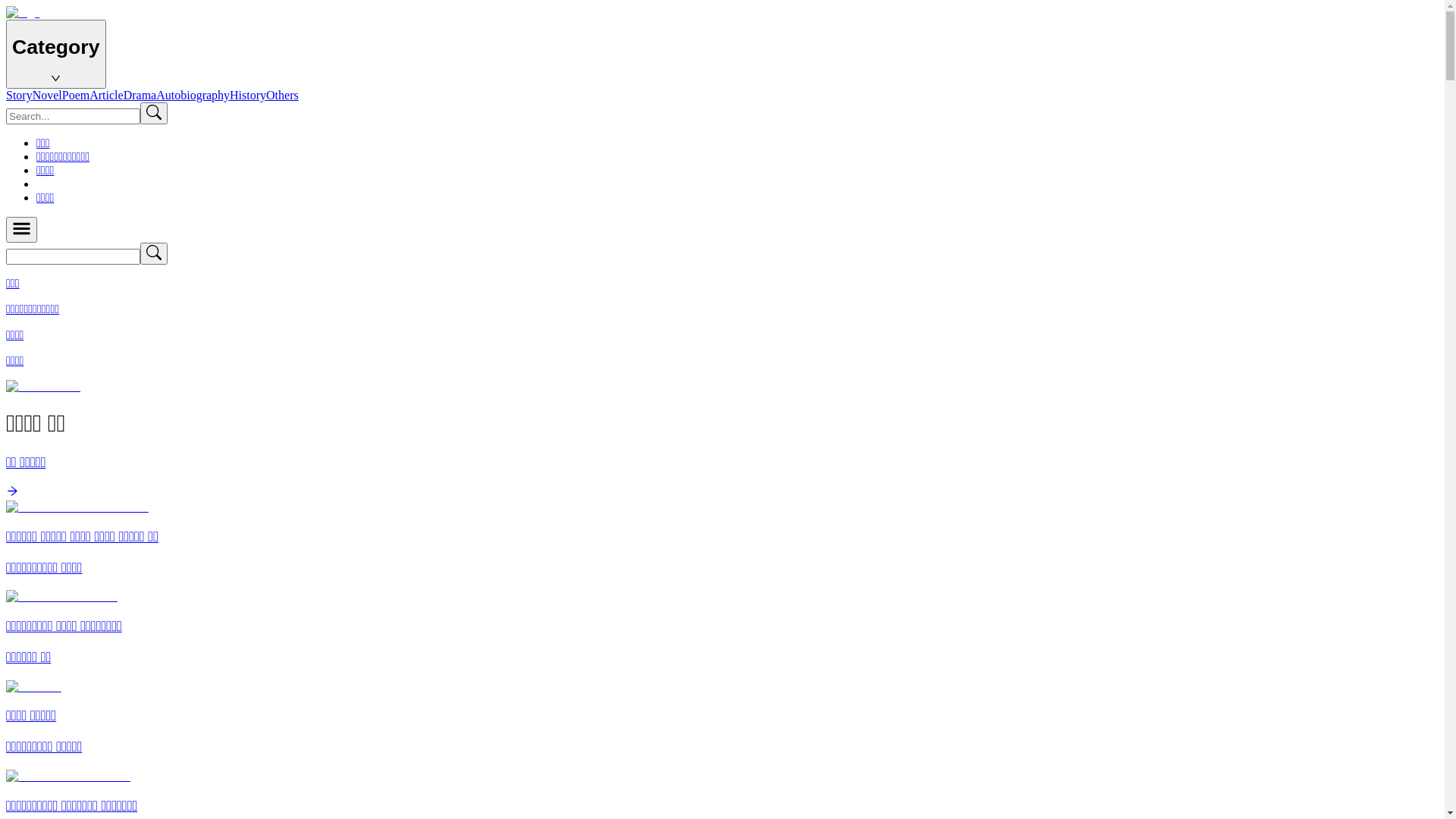  Describe the element at coordinates (47, 95) in the screenshot. I see `'Novel'` at that location.